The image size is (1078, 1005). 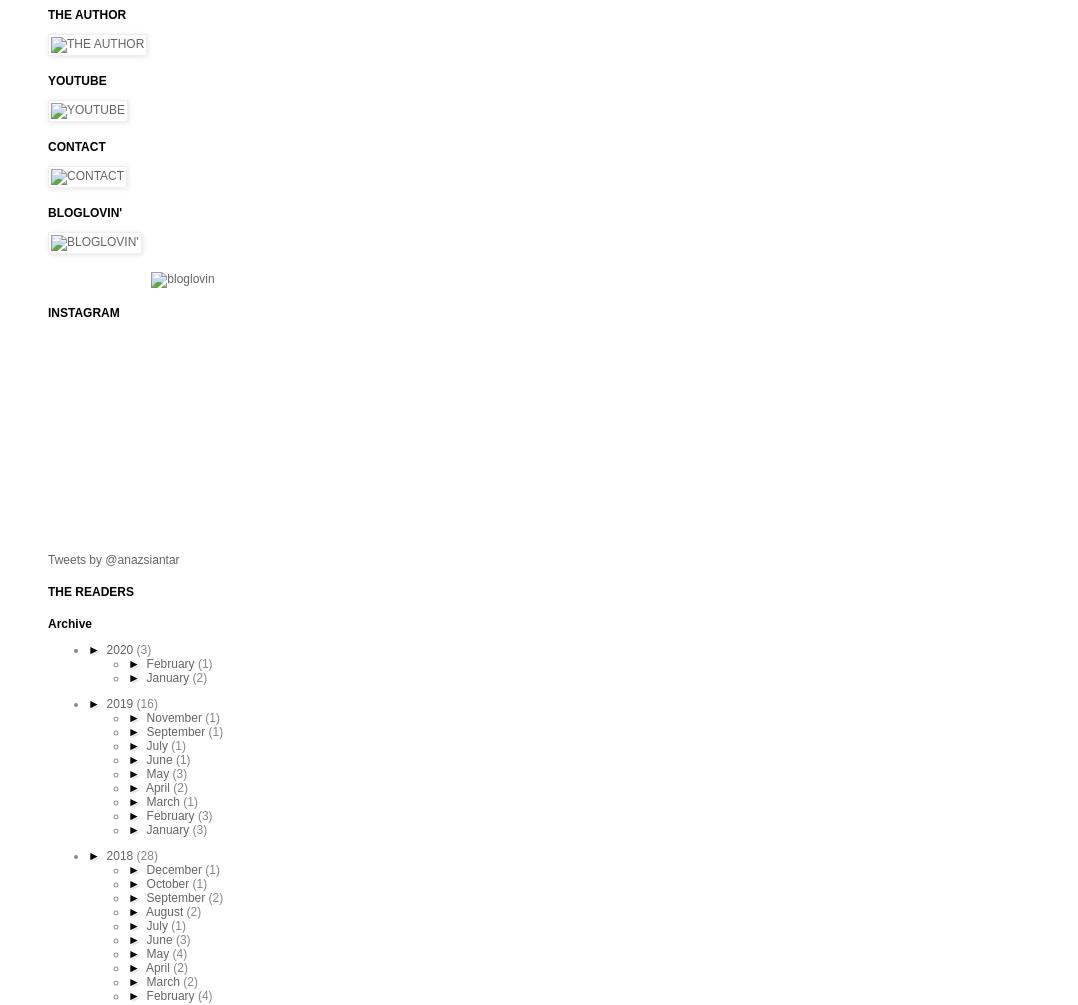 I want to click on 'CONTACT', so click(x=47, y=146).